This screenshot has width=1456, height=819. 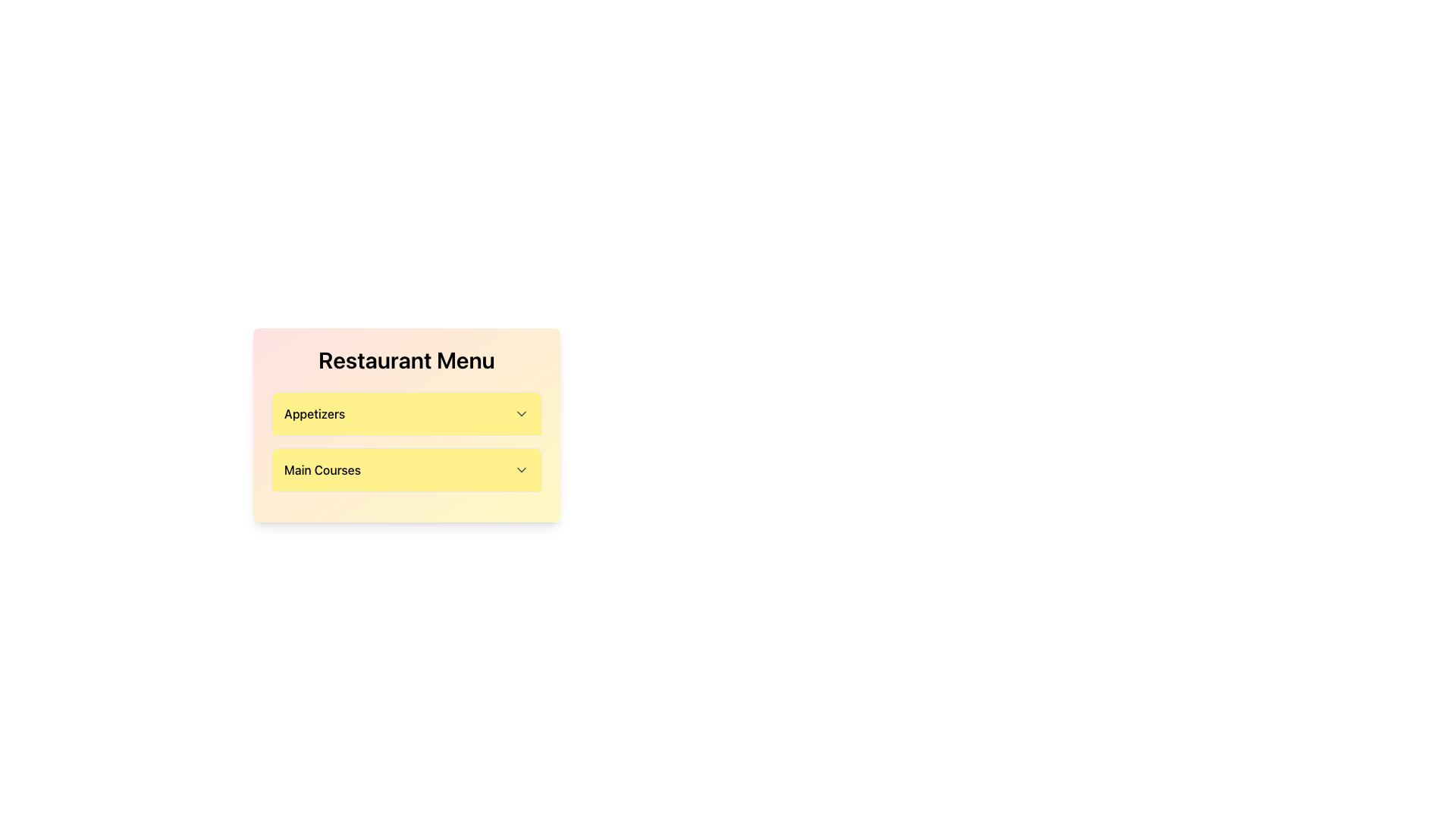 I want to click on the 'Appetizers' dropdown menu option, which has a yellow background and is the first item in the 'Restaurant Menu' section, so click(x=406, y=425).